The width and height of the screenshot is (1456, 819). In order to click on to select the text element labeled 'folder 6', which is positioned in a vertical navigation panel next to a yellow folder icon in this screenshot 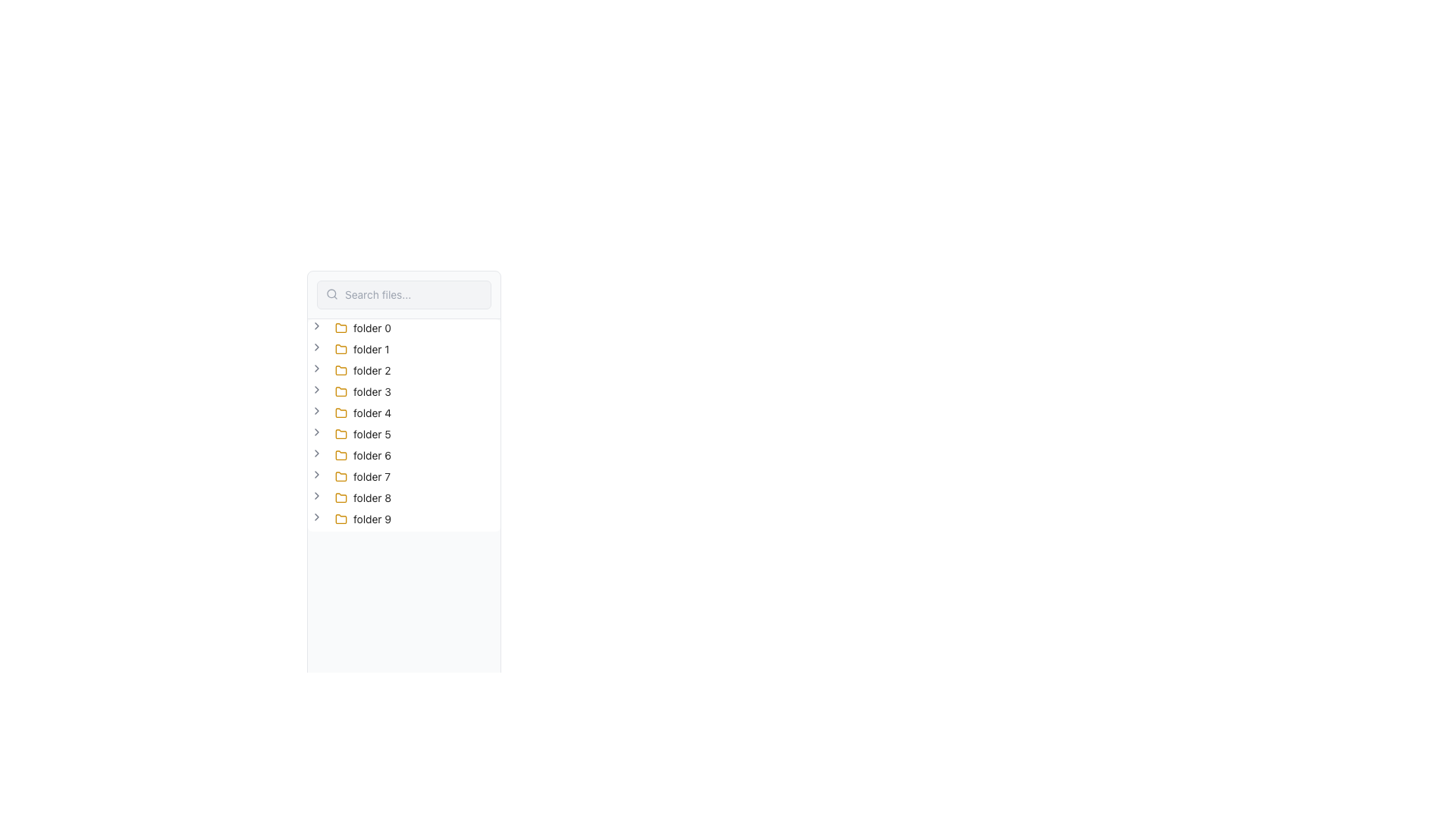, I will do `click(372, 455)`.